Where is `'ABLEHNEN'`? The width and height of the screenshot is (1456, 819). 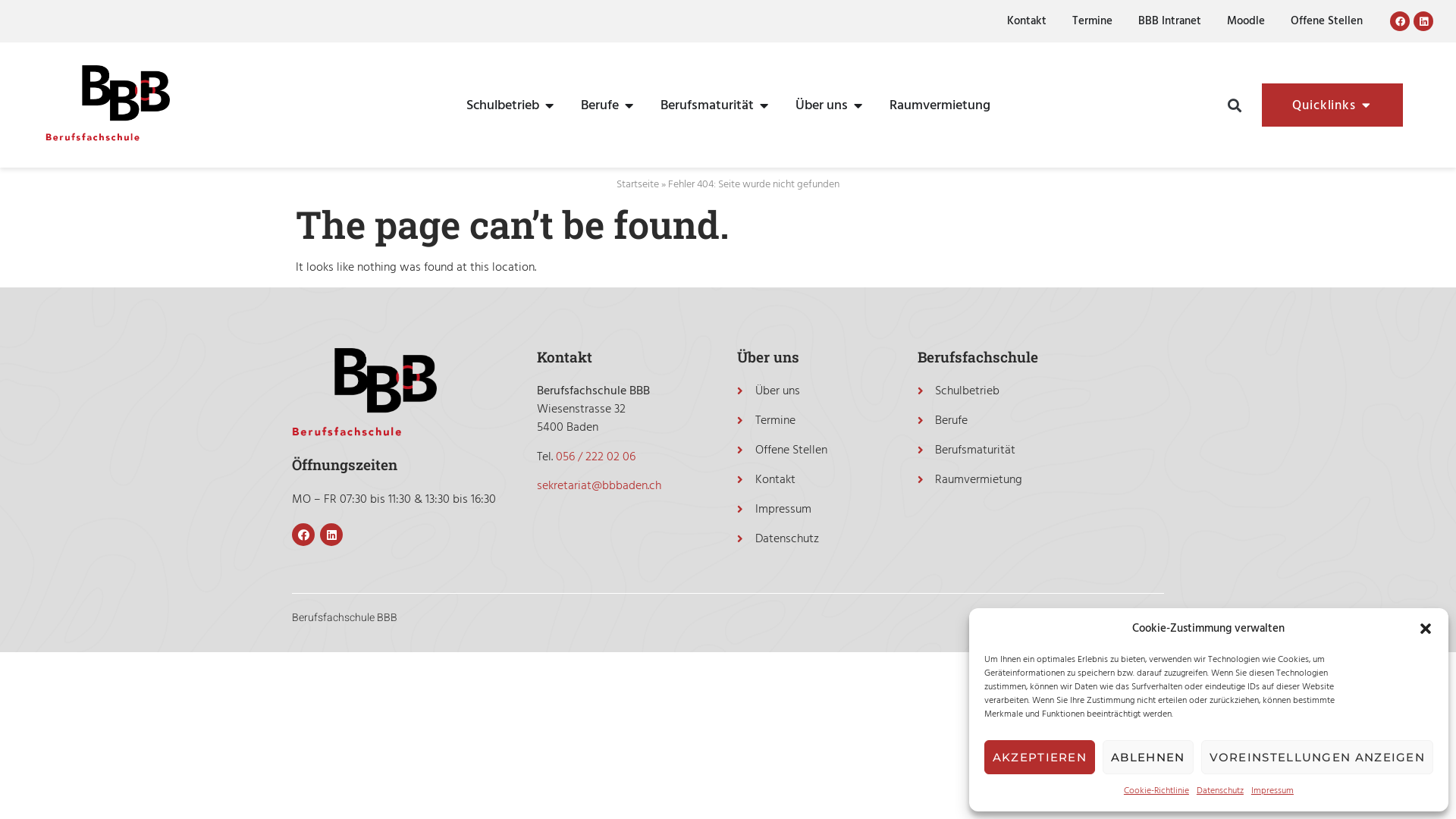
'ABLEHNEN' is located at coordinates (1147, 757).